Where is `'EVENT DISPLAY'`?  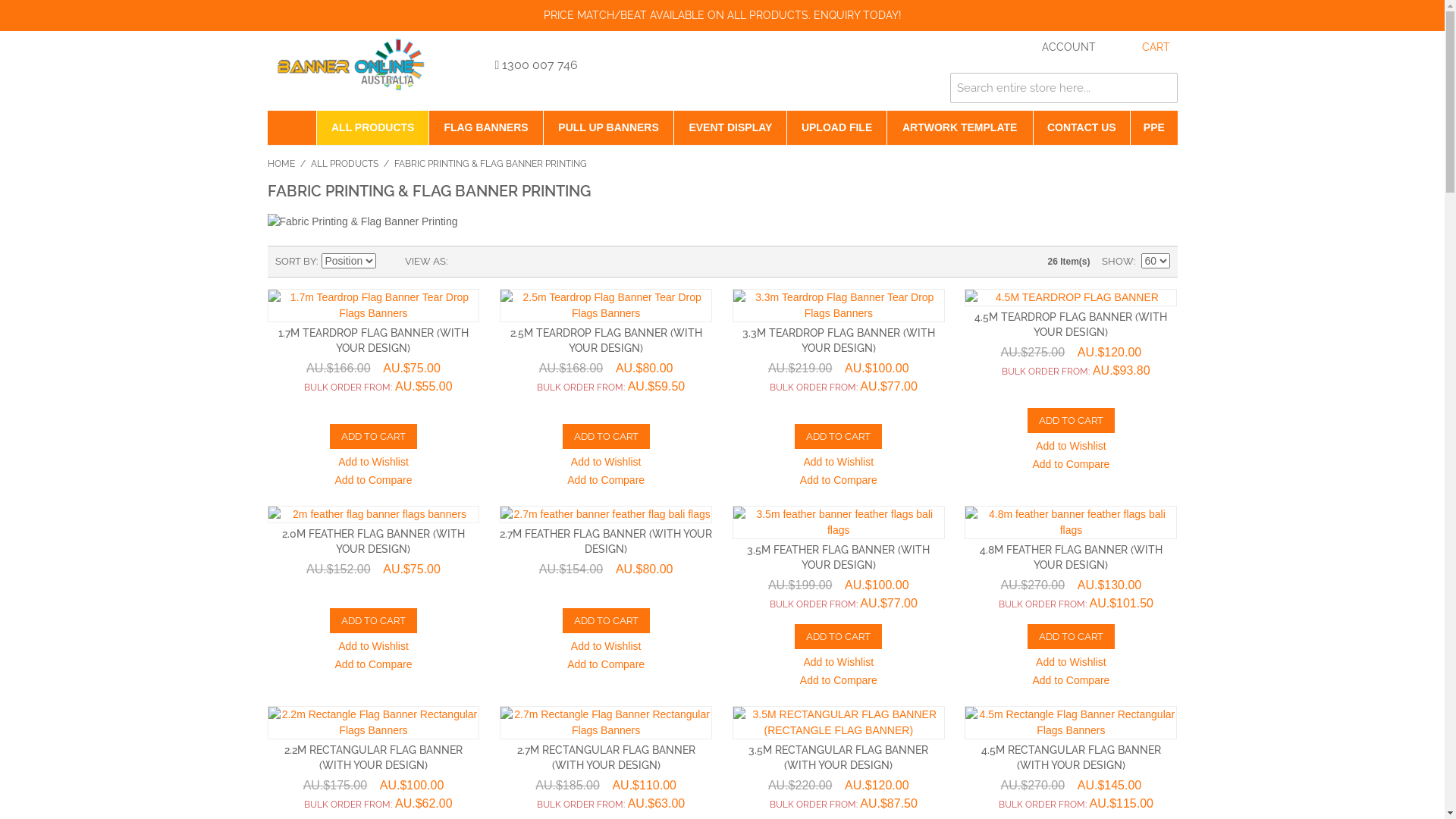 'EVENT DISPLAY' is located at coordinates (730, 127).